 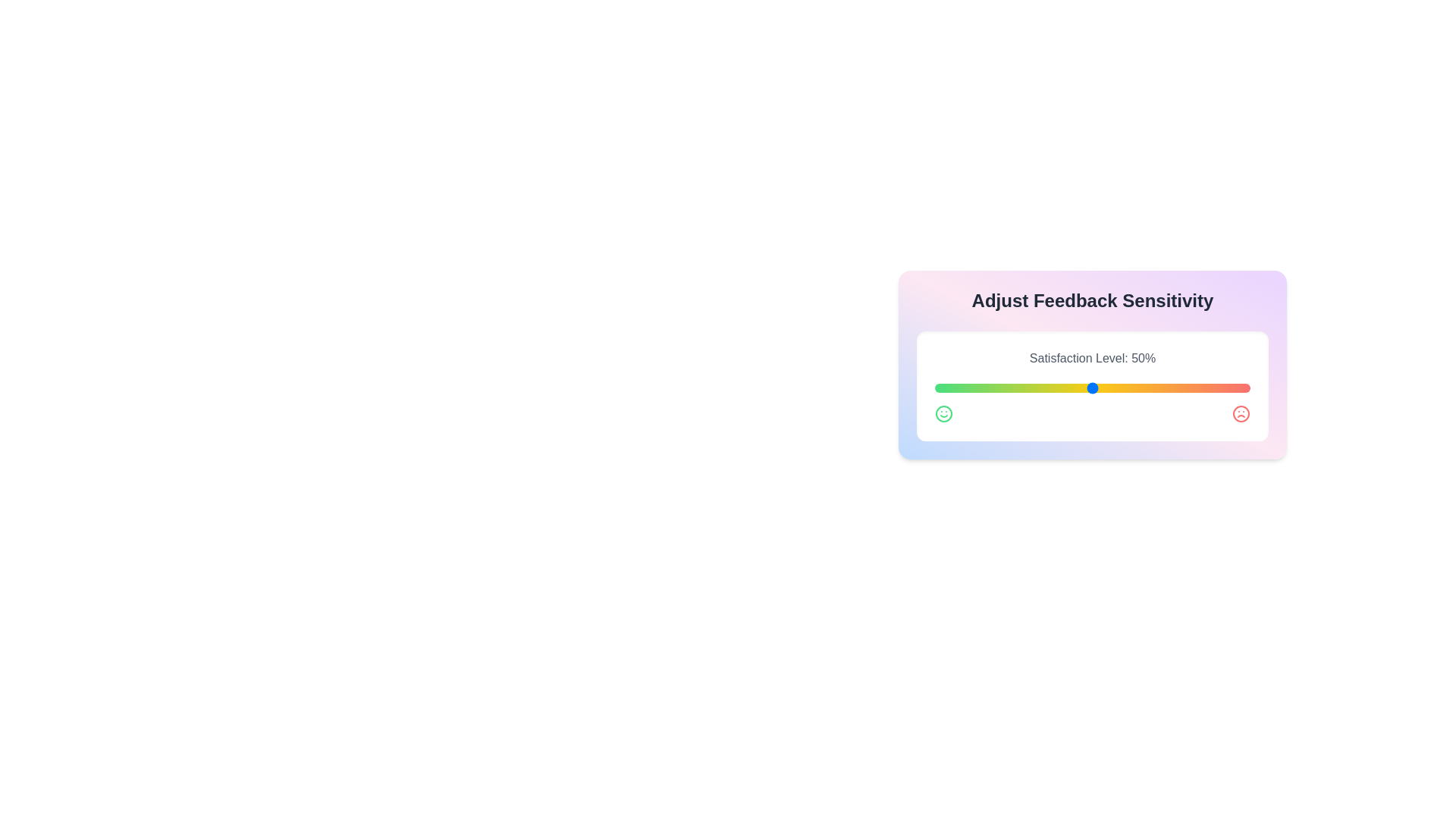 What do you see at coordinates (1241, 414) in the screenshot?
I see `the frown icon to indicate dissatisfaction` at bounding box center [1241, 414].